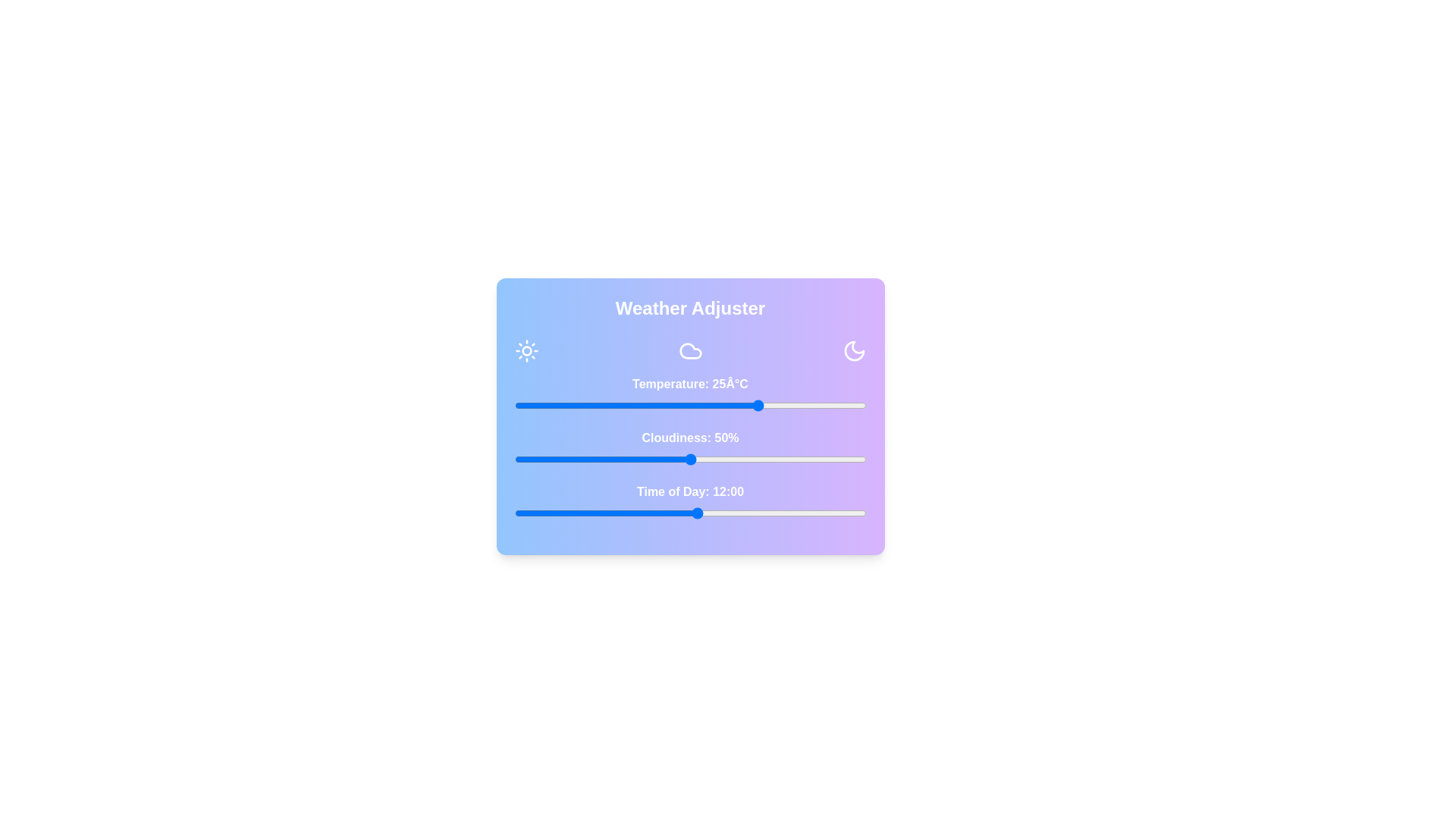 The height and width of the screenshot is (819, 1456). Describe the element at coordinates (689, 438) in the screenshot. I see `assistive technology` at that location.